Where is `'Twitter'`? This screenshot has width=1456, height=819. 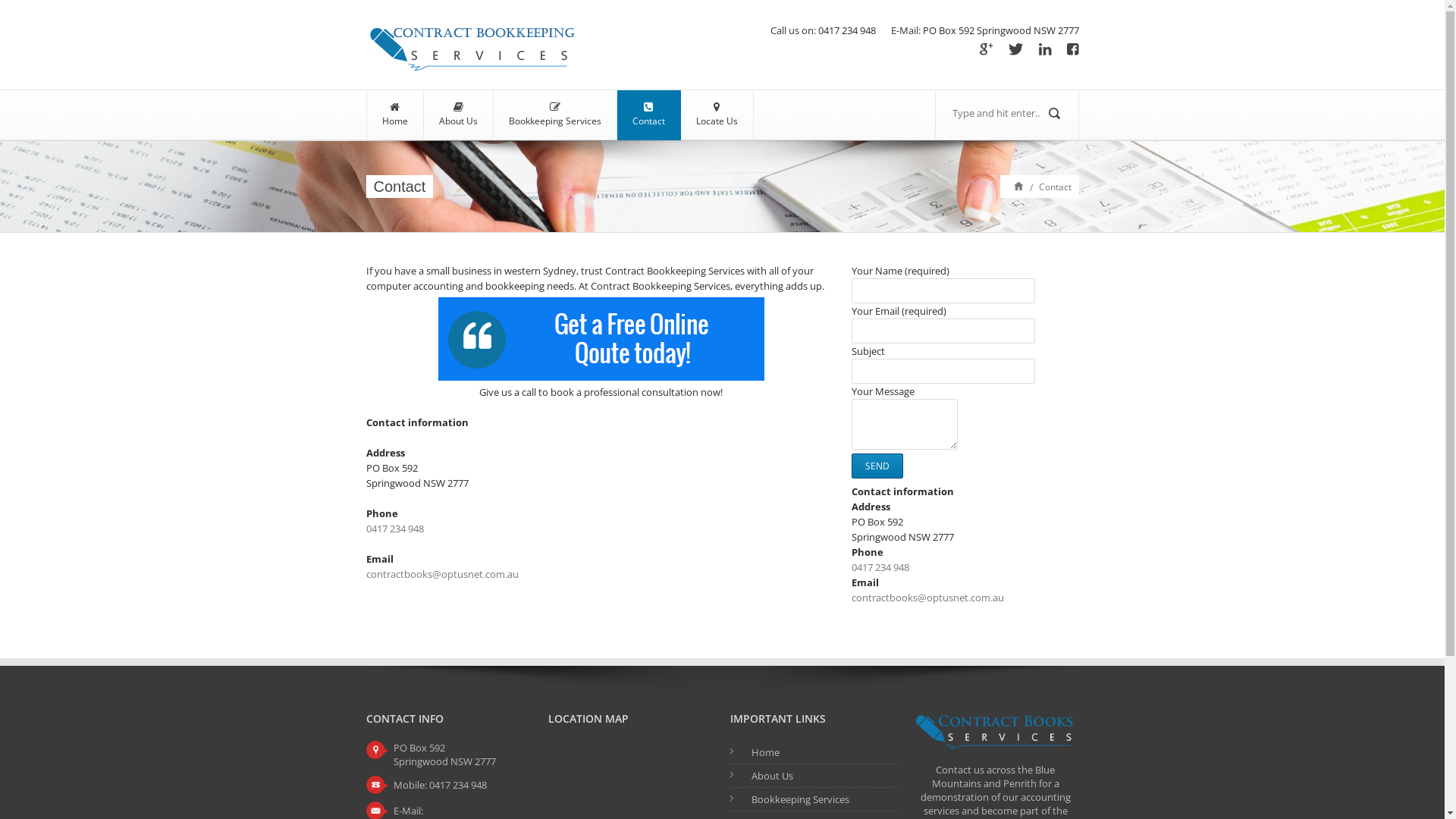
'Twitter' is located at coordinates (1015, 49).